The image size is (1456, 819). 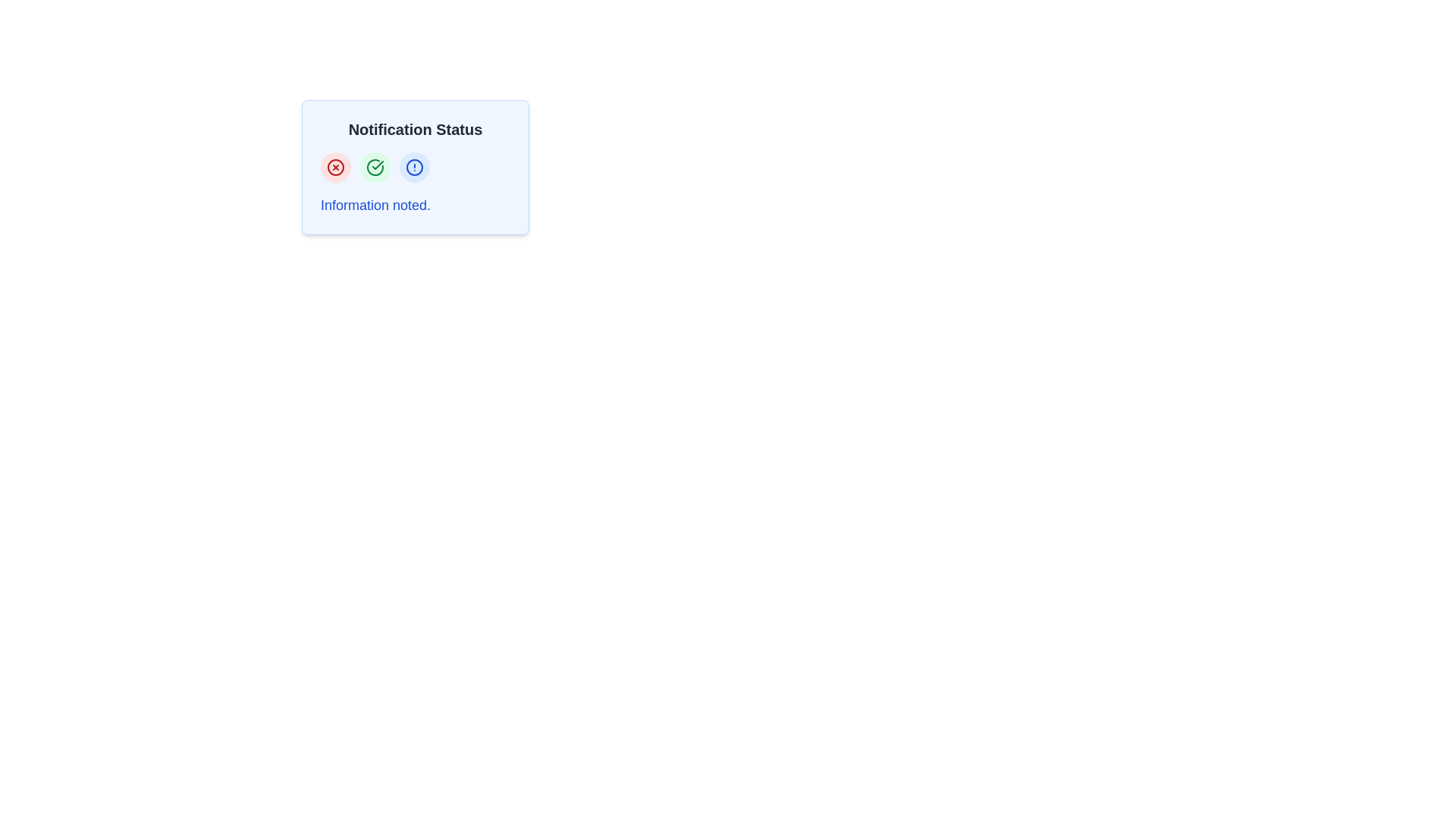 I want to click on the success indicator icon located in the center of the 'Notification Status' section, positioned between the 'Error' icon on the left and the 'Information' icon on the right, so click(x=375, y=167).